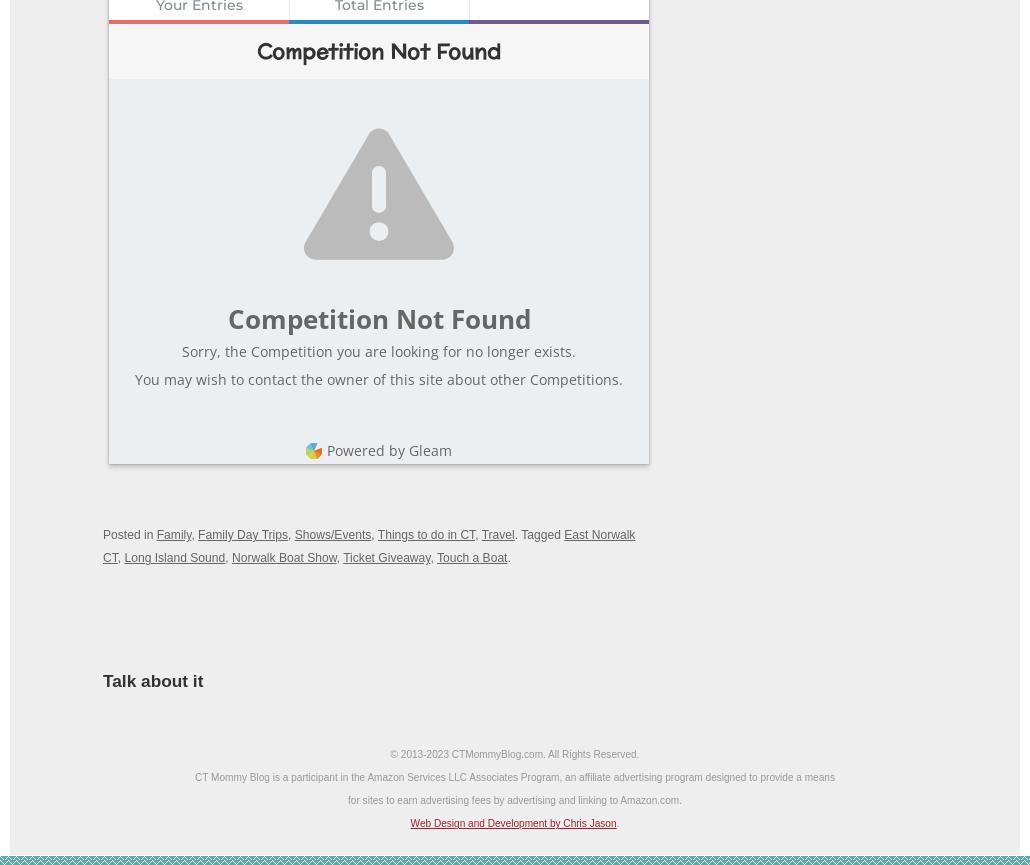  What do you see at coordinates (326, 448) in the screenshot?
I see `'Powered by Gleam'` at bounding box center [326, 448].